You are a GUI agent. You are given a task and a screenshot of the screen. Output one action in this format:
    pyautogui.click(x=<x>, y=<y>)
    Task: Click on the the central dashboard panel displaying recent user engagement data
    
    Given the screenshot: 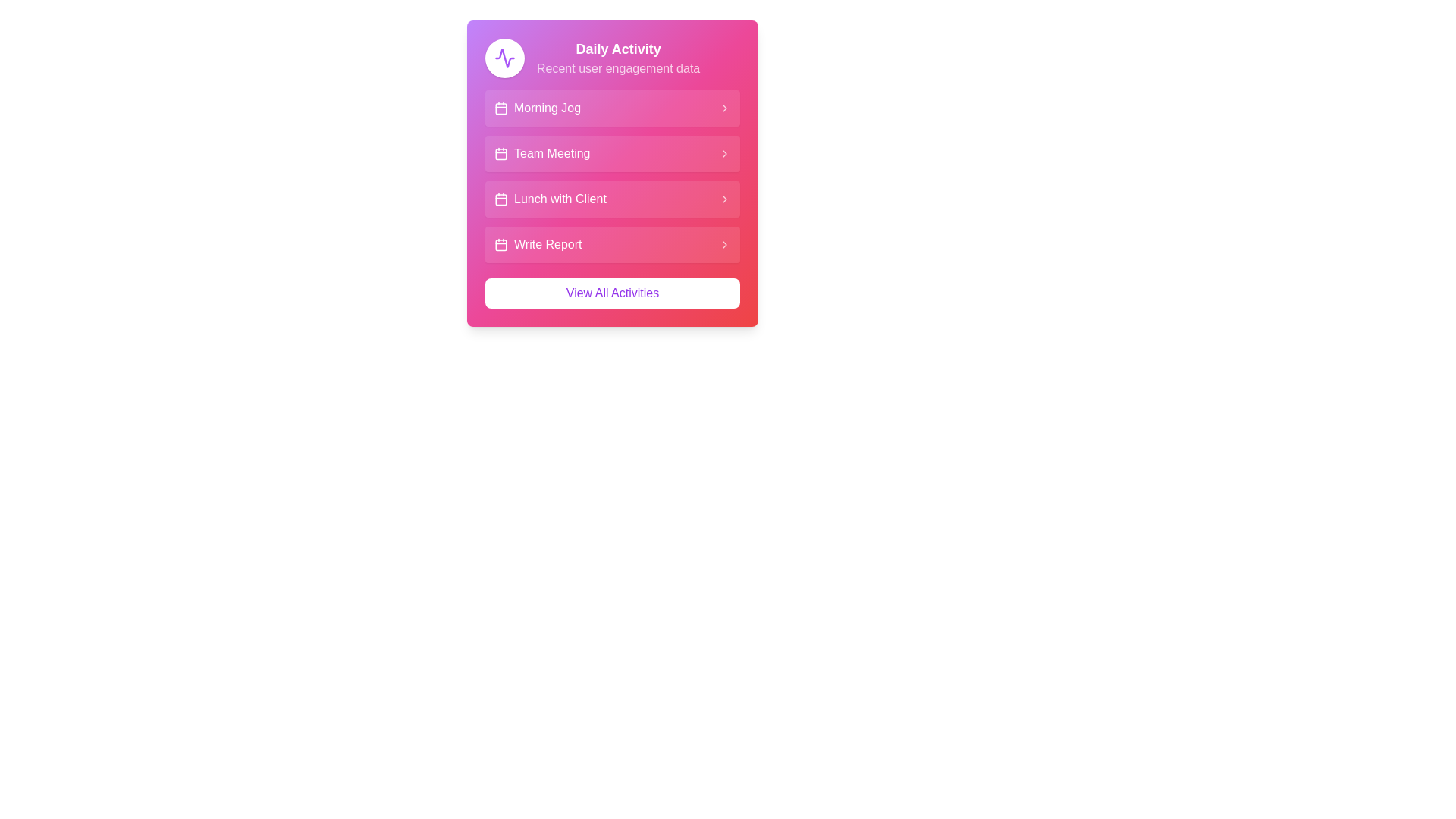 What is the action you would take?
    pyautogui.click(x=612, y=172)
    